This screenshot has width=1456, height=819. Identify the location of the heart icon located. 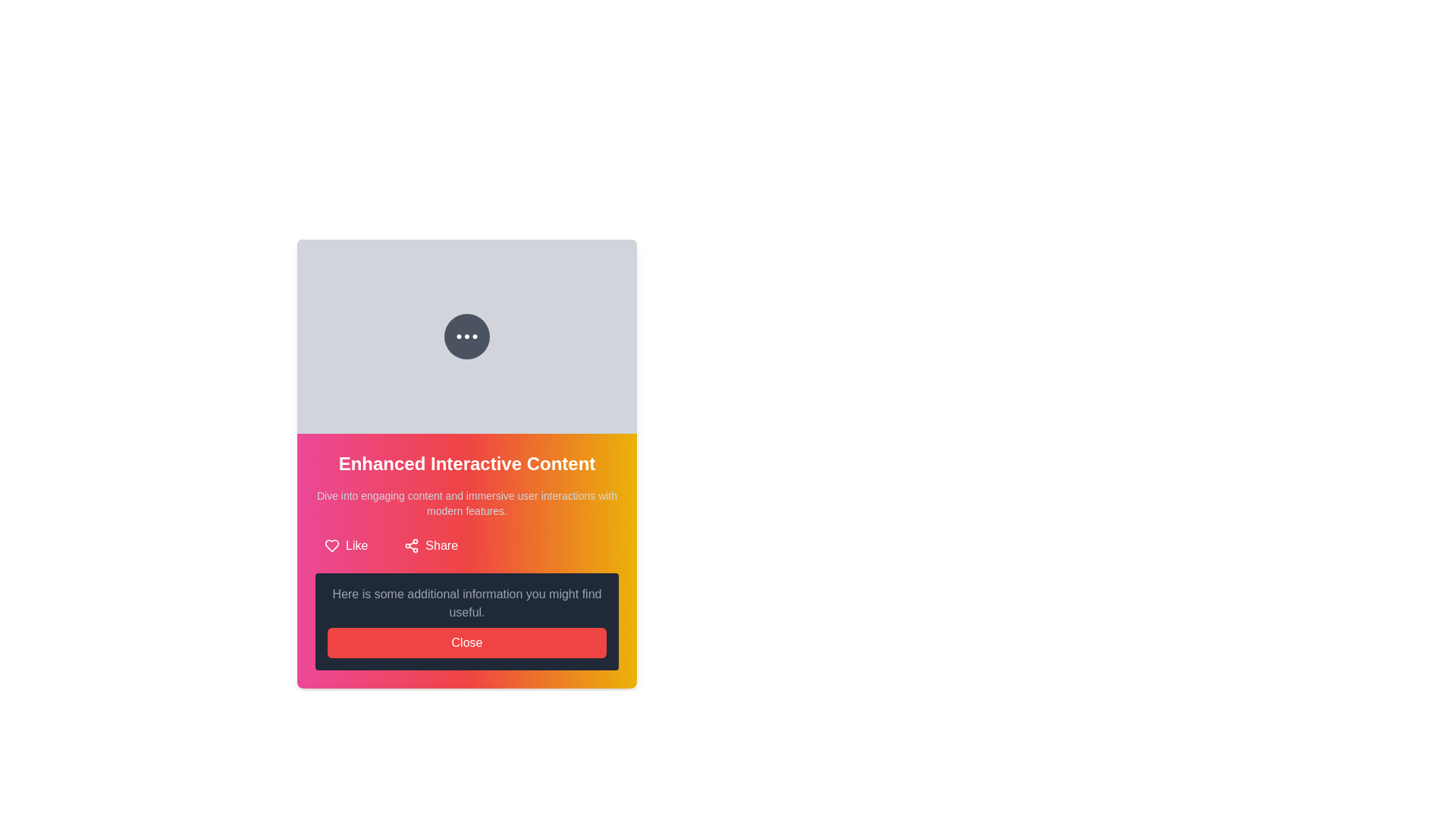
(331, 546).